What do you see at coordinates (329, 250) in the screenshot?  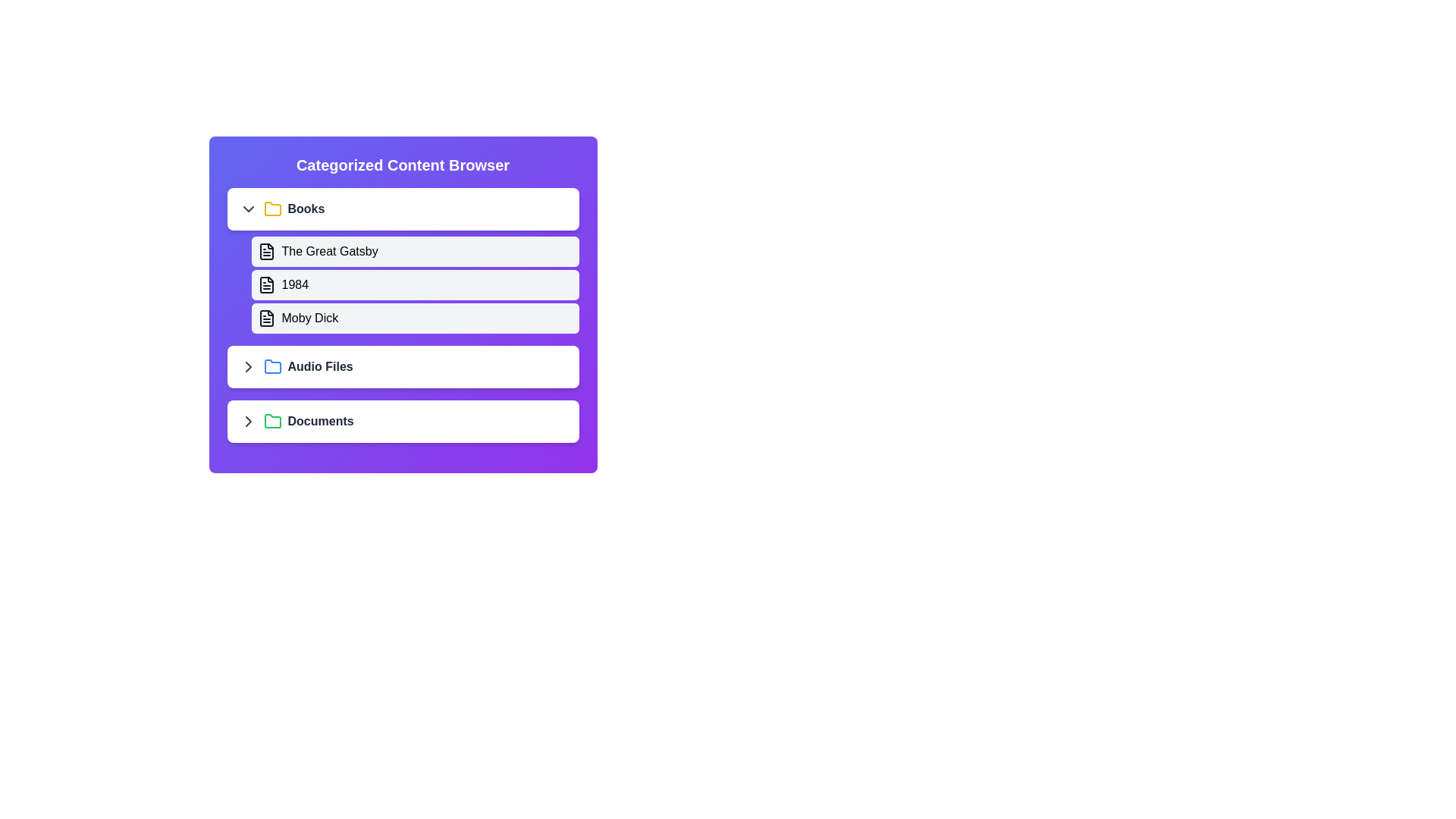 I see `the text The Great Gatsby displayed in the component` at bounding box center [329, 250].